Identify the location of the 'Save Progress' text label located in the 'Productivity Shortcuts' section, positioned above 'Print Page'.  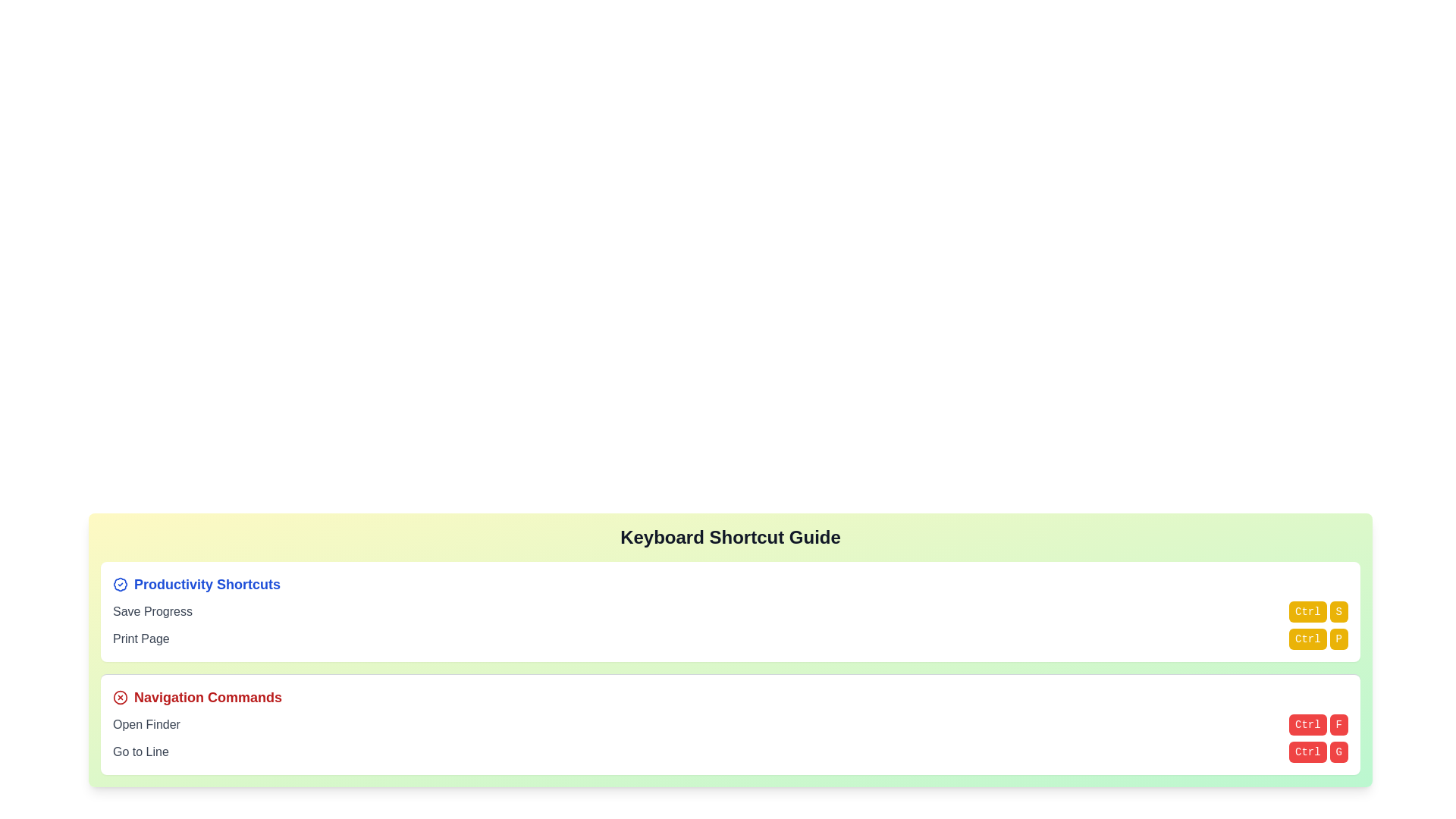
(152, 610).